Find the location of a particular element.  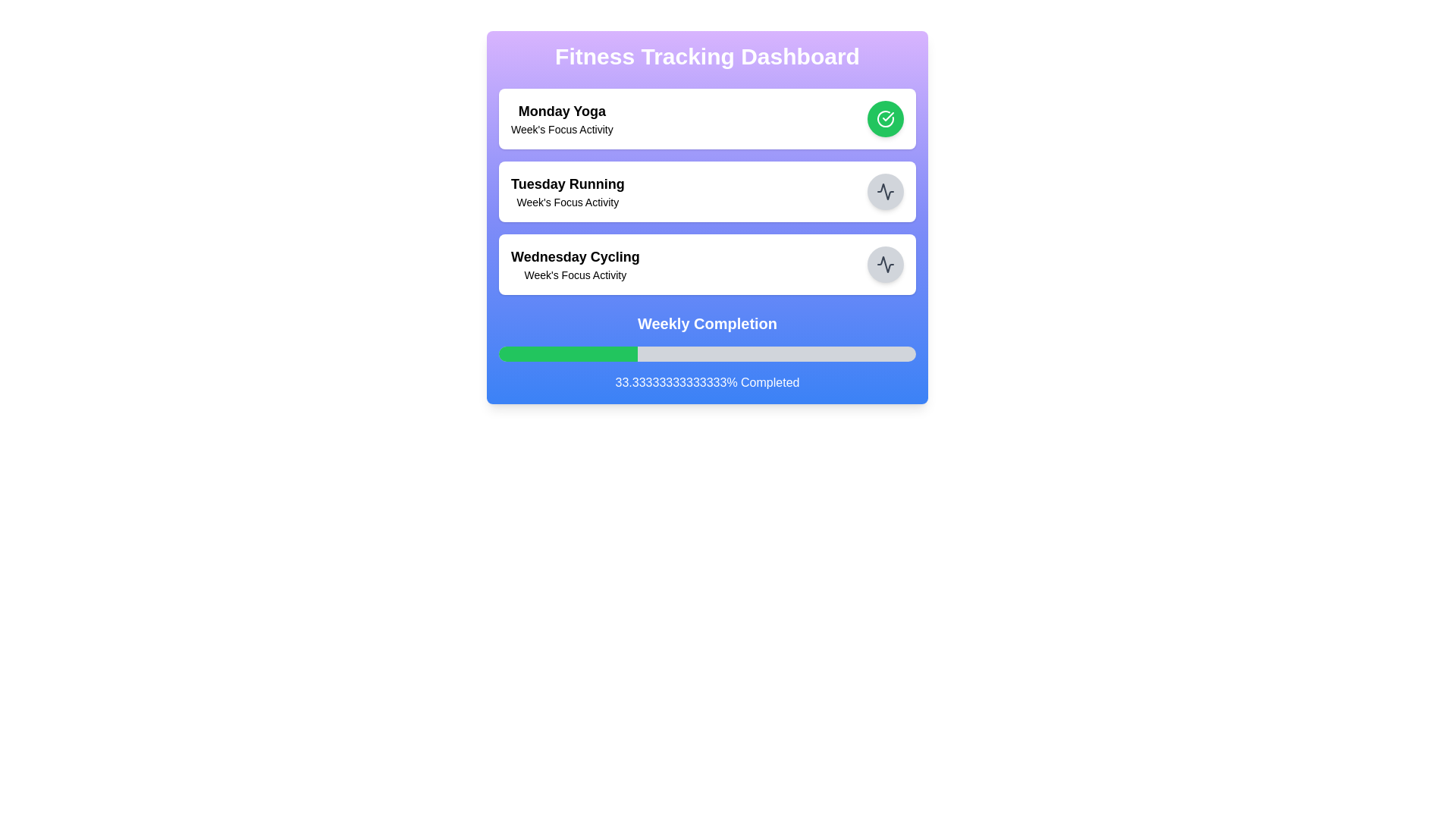

the Progress Indicator that visually indicates a 33.33% completion within the progress bar located beneath the 'Weekly Completion' heading is located at coordinates (567, 353).